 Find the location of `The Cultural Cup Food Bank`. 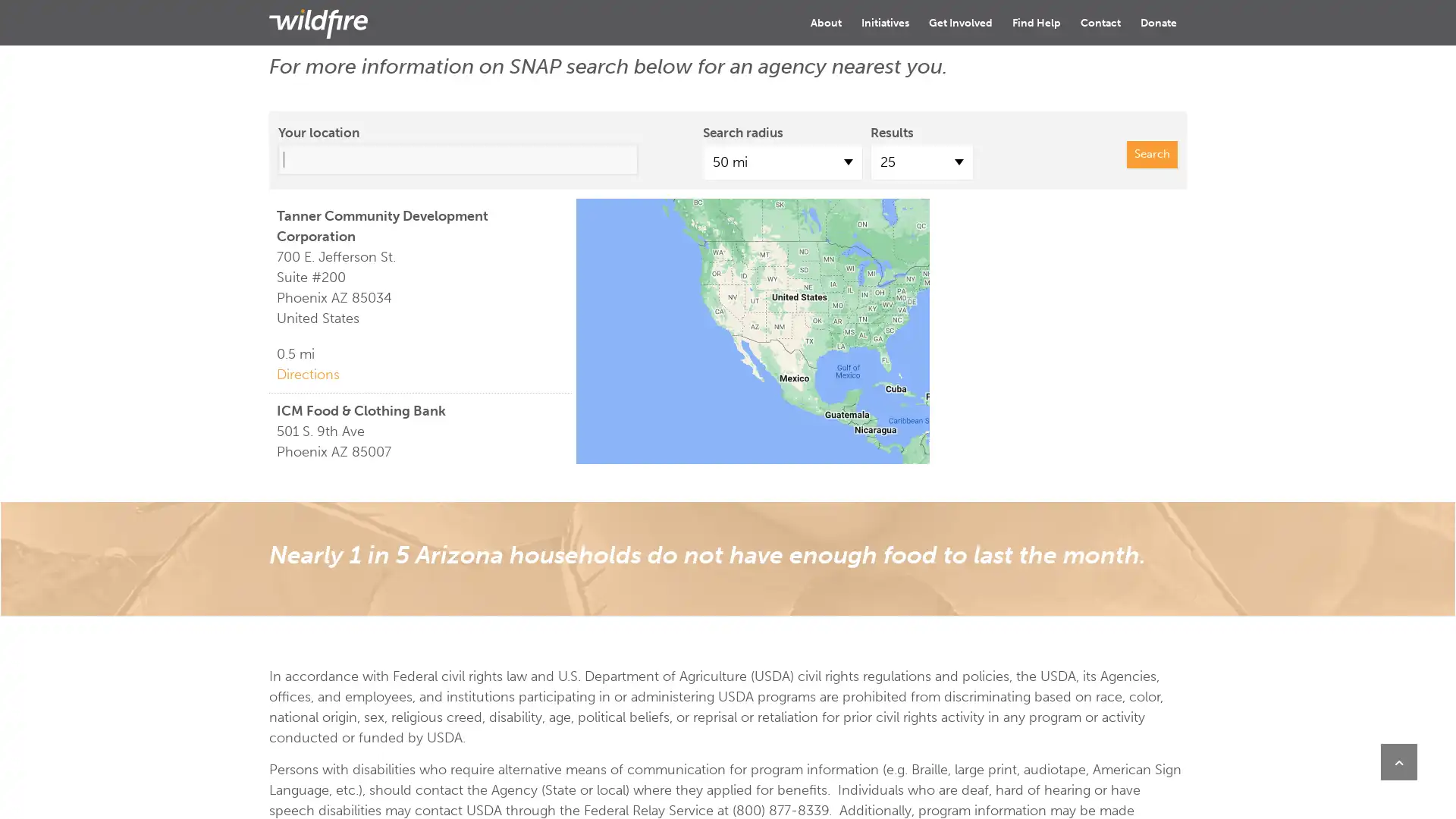

The Cultural Cup Food Bank is located at coordinates (877, 300).